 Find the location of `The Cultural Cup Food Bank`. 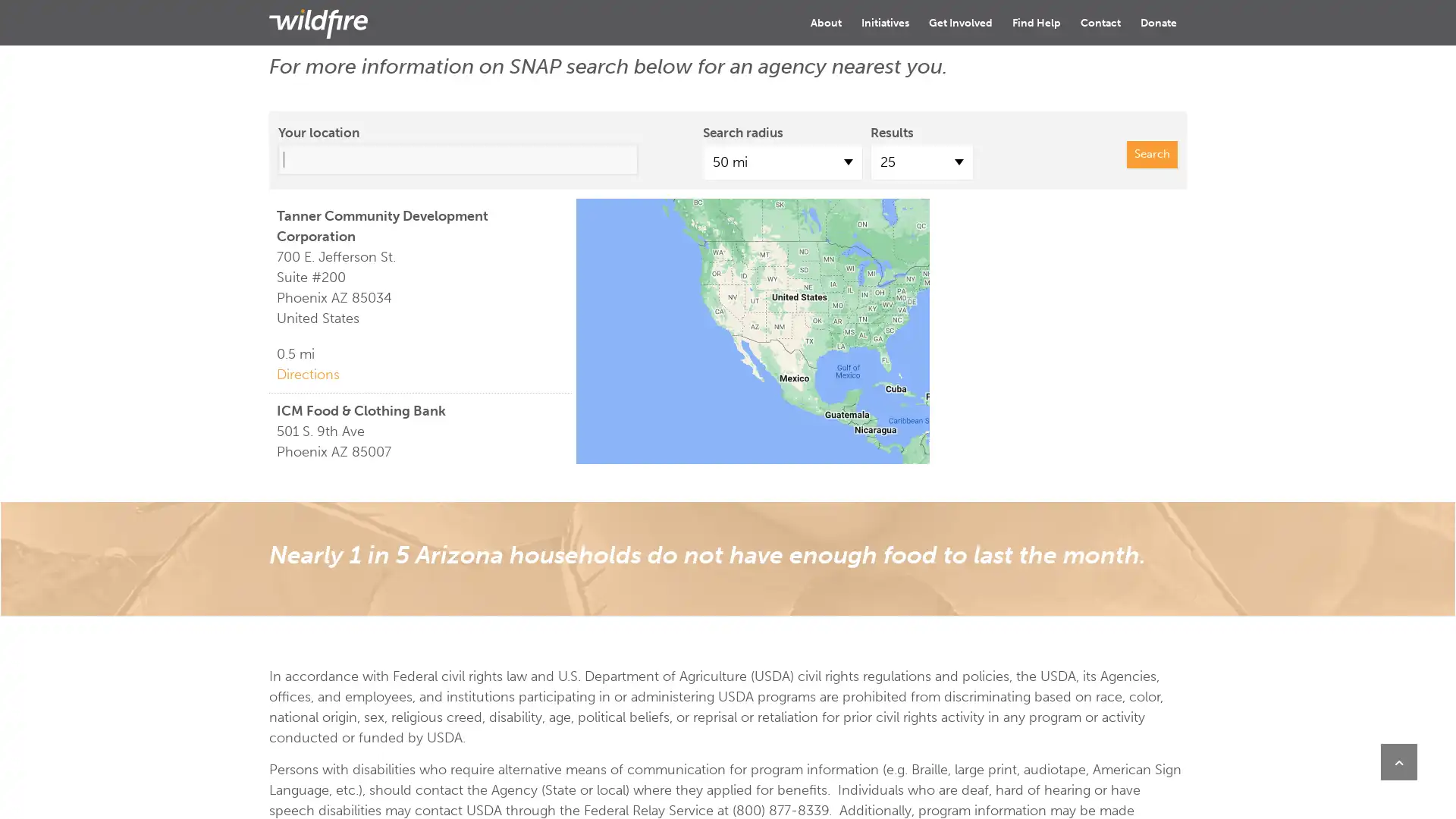

The Cultural Cup Food Bank is located at coordinates (877, 300).